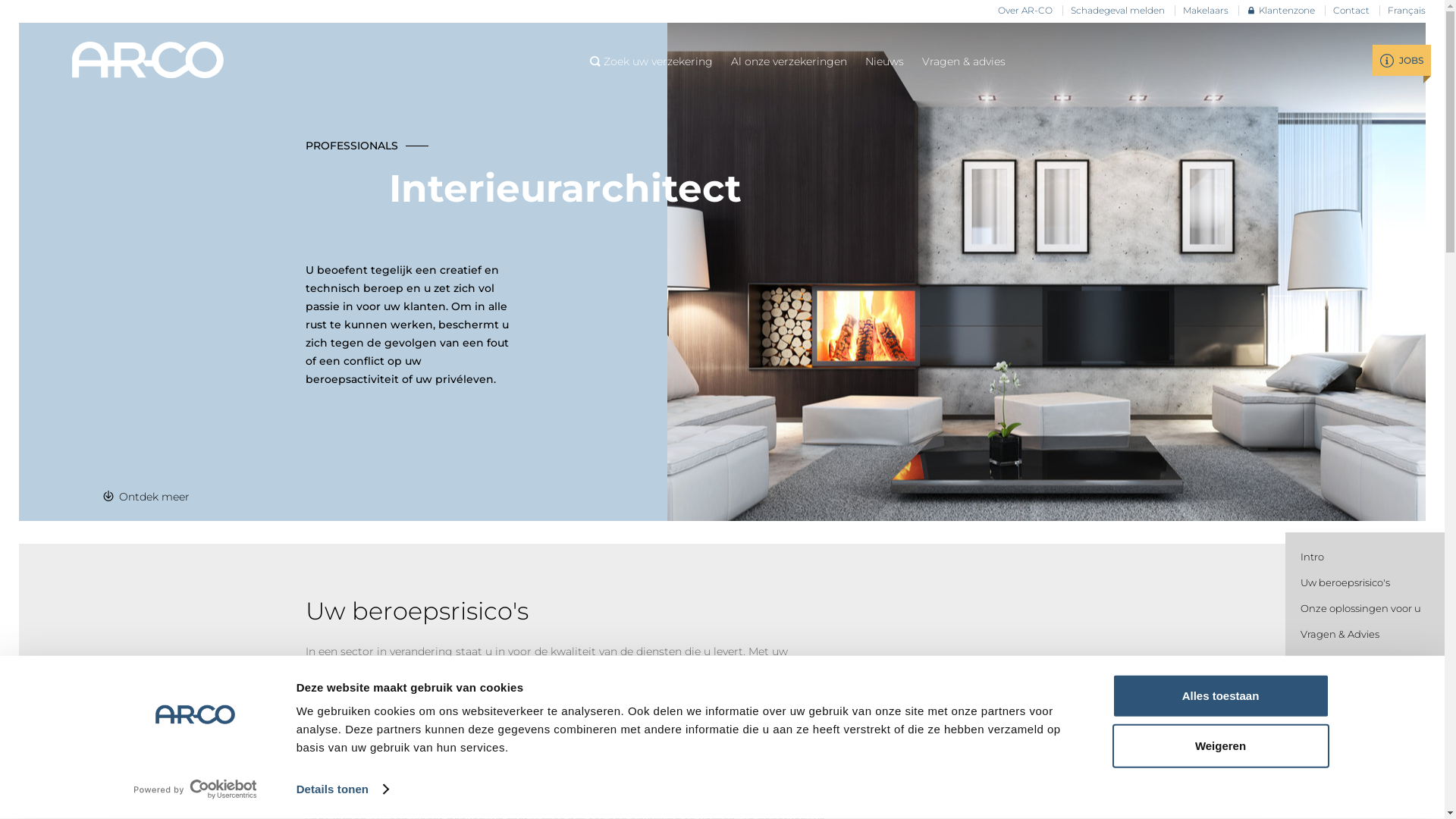 The image size is (1456, 819). What do you see at coordinates (1339, 634) in the screenshot?
I see `'Vragen & Advies'` at bounding box center [1339, 634].